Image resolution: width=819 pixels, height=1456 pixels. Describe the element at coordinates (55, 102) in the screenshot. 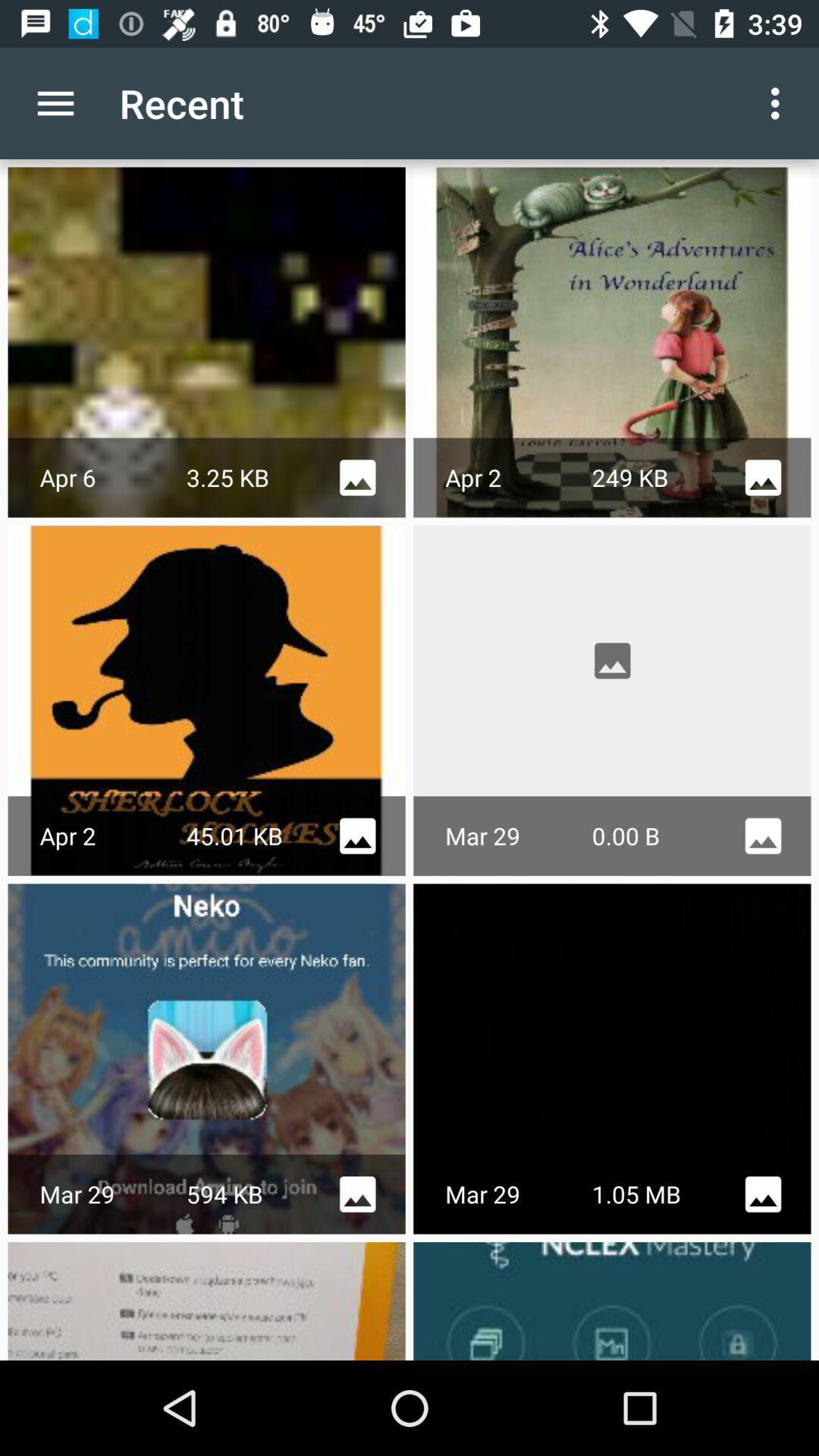

I see `the icon to the left of recent app` at that location.